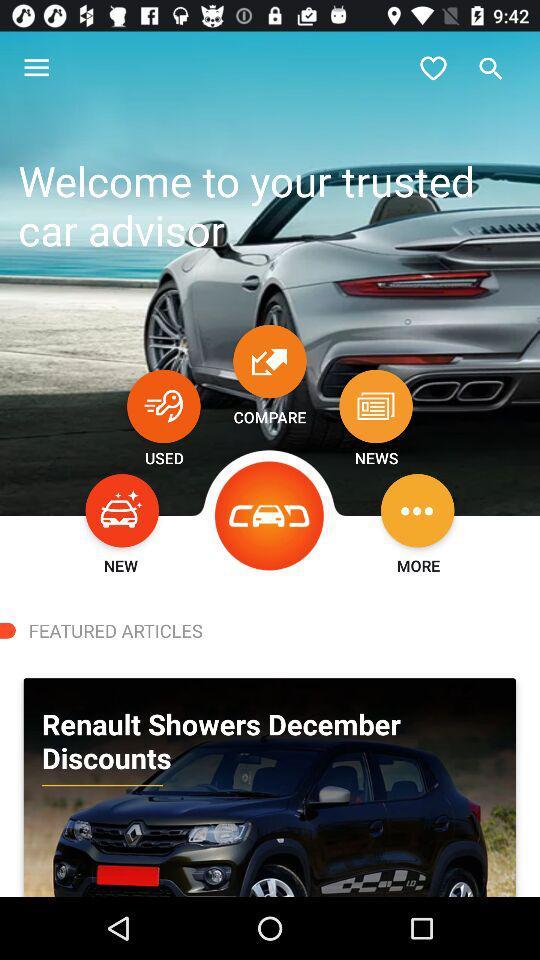  I want to click on search item, so click(490, 68).